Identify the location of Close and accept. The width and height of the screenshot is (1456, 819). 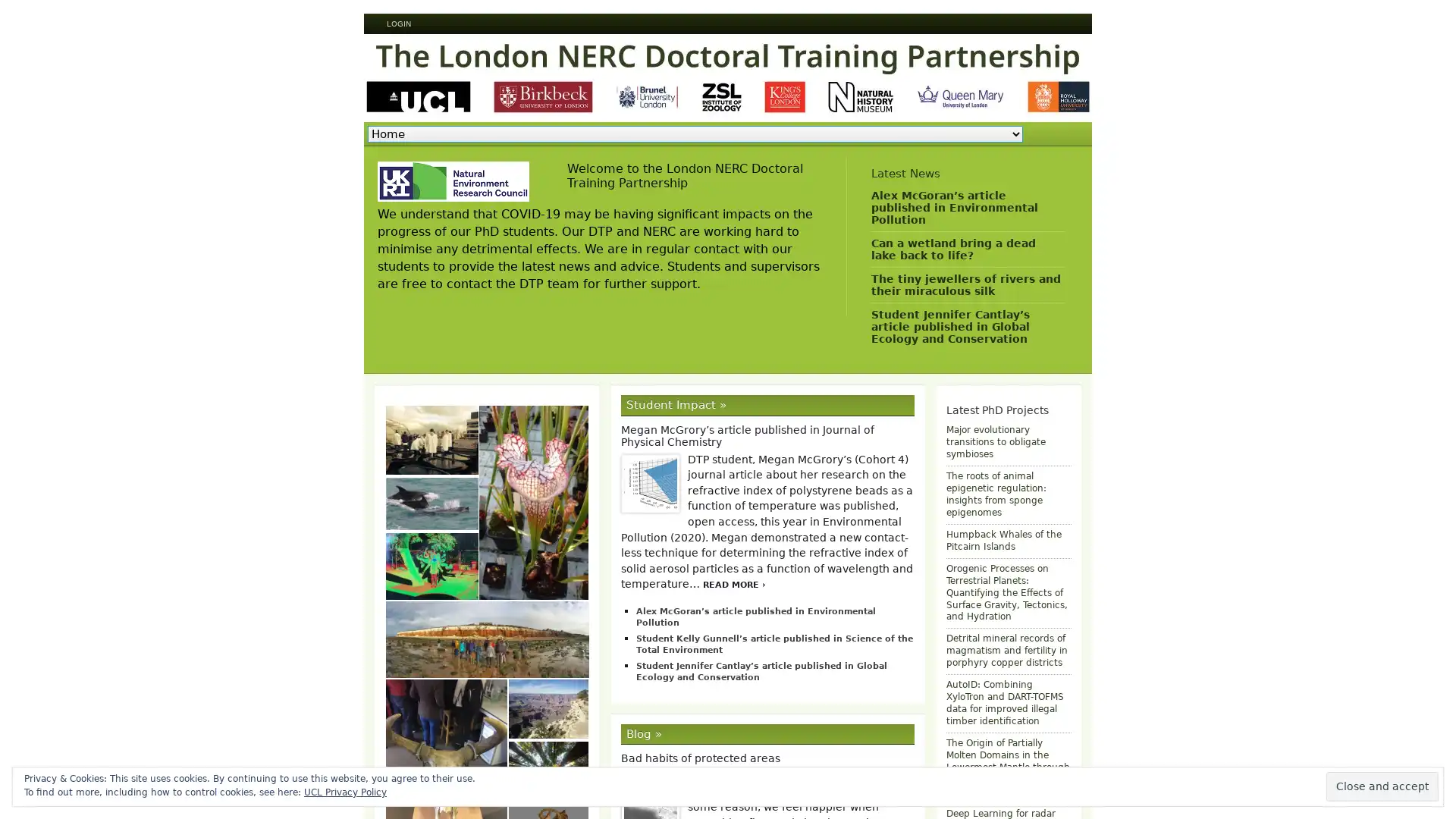
(1382, 786).